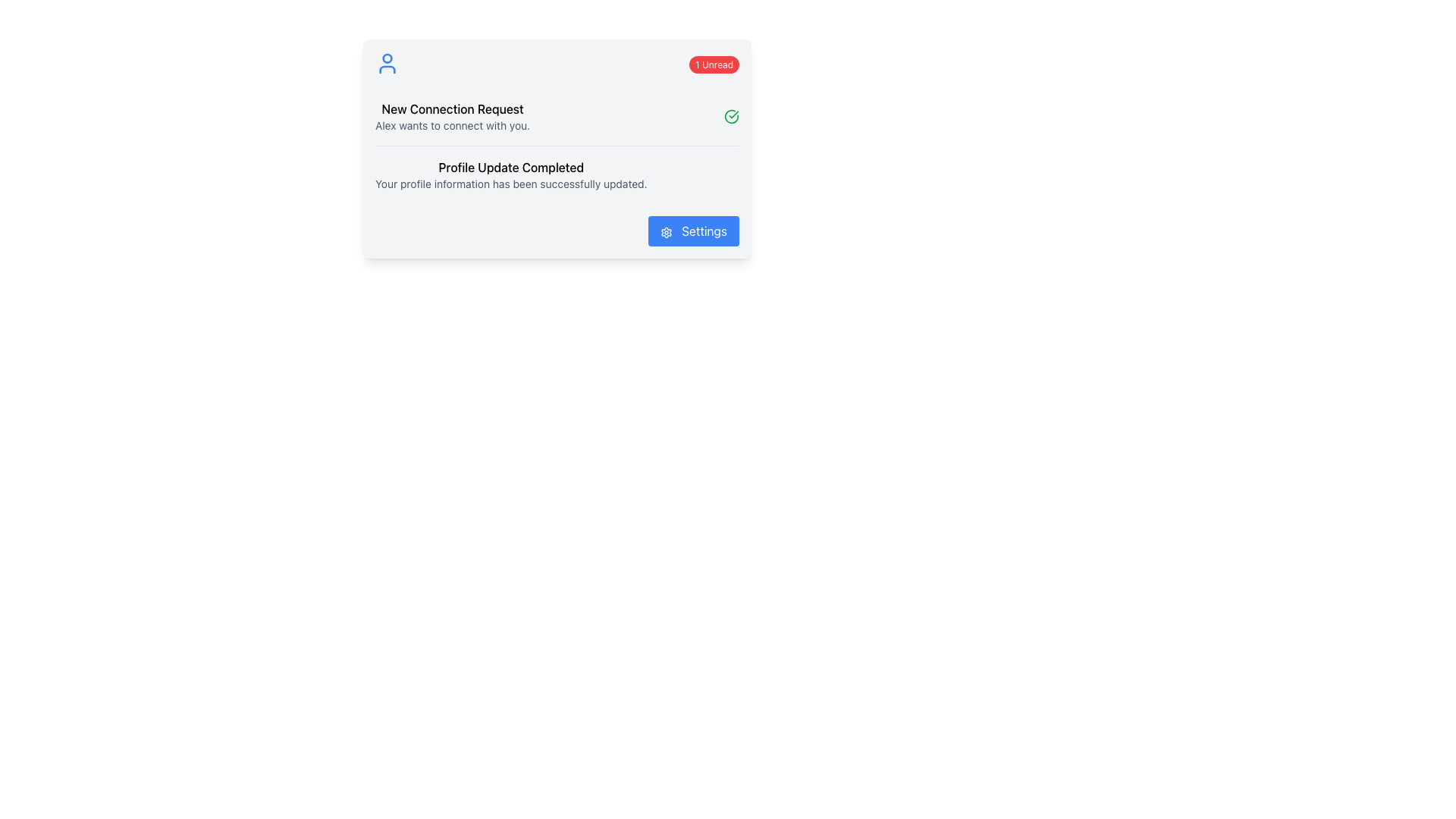 Image resolution: width=1456 pixels, height=819 pixels. What do you see at coordinates (666, 232) in the screenshot?
I see `the gear-like icon within the 'Settings' button located in the lower right corner of the card interface to potentially view tooltips` at bounding box center [666, 232].